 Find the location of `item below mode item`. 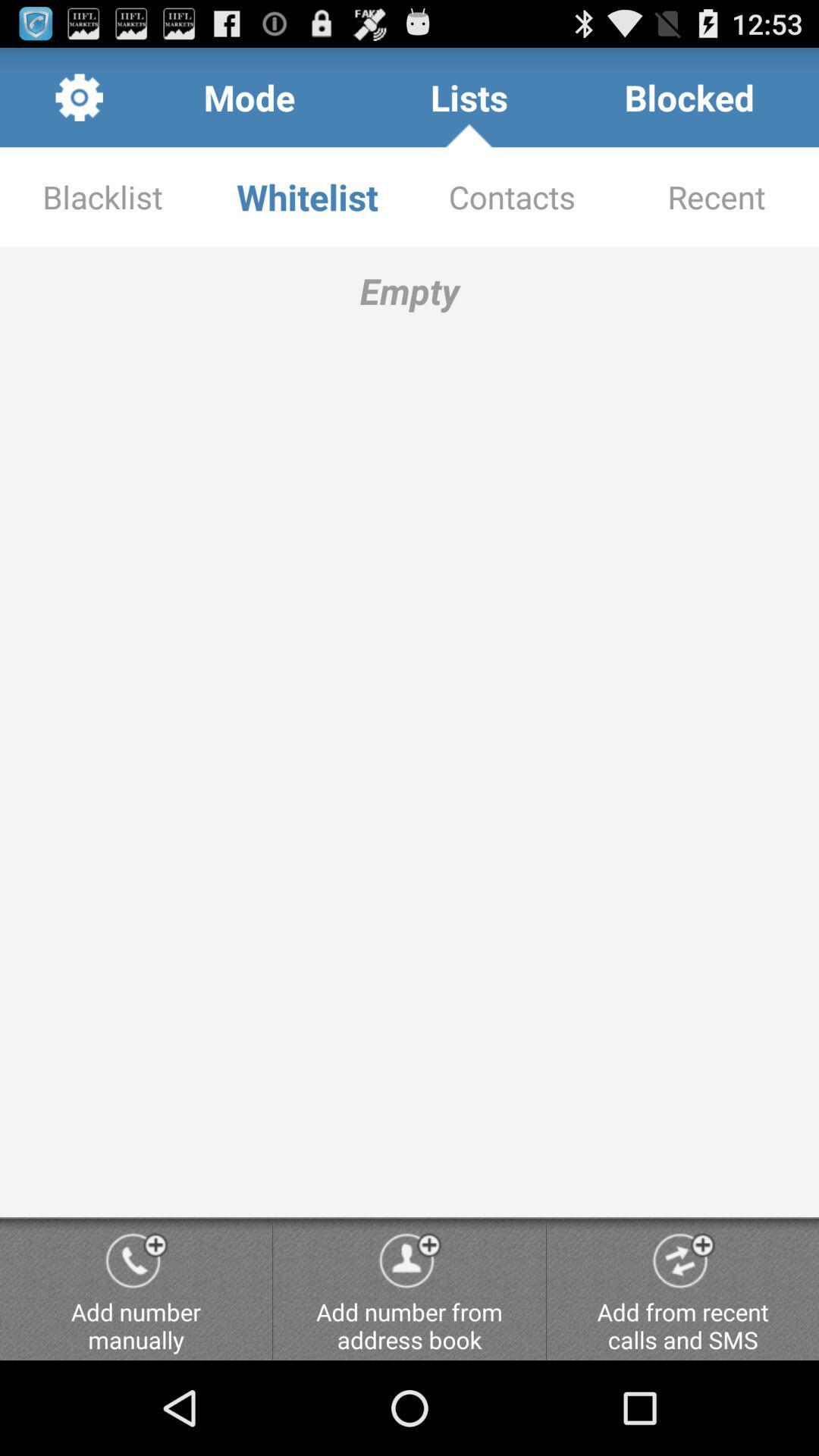

item below mode item is located at coordinates (307, 196).